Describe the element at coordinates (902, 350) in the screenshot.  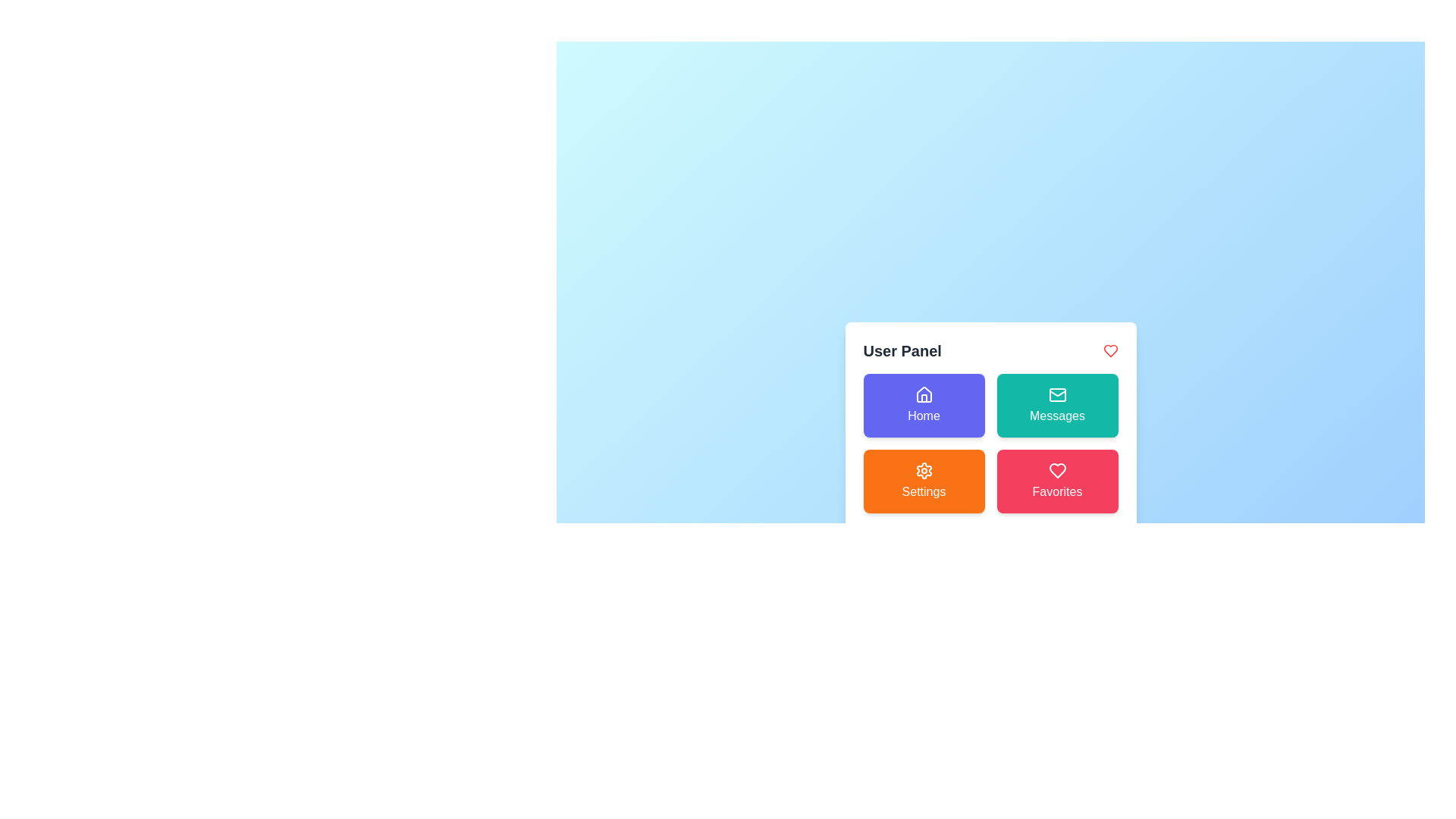
I see `the Text Label that serves as a title or header for the UI section, located in the upper-left corner above the buttons and to the left of a heart-shaped icon` at that location.